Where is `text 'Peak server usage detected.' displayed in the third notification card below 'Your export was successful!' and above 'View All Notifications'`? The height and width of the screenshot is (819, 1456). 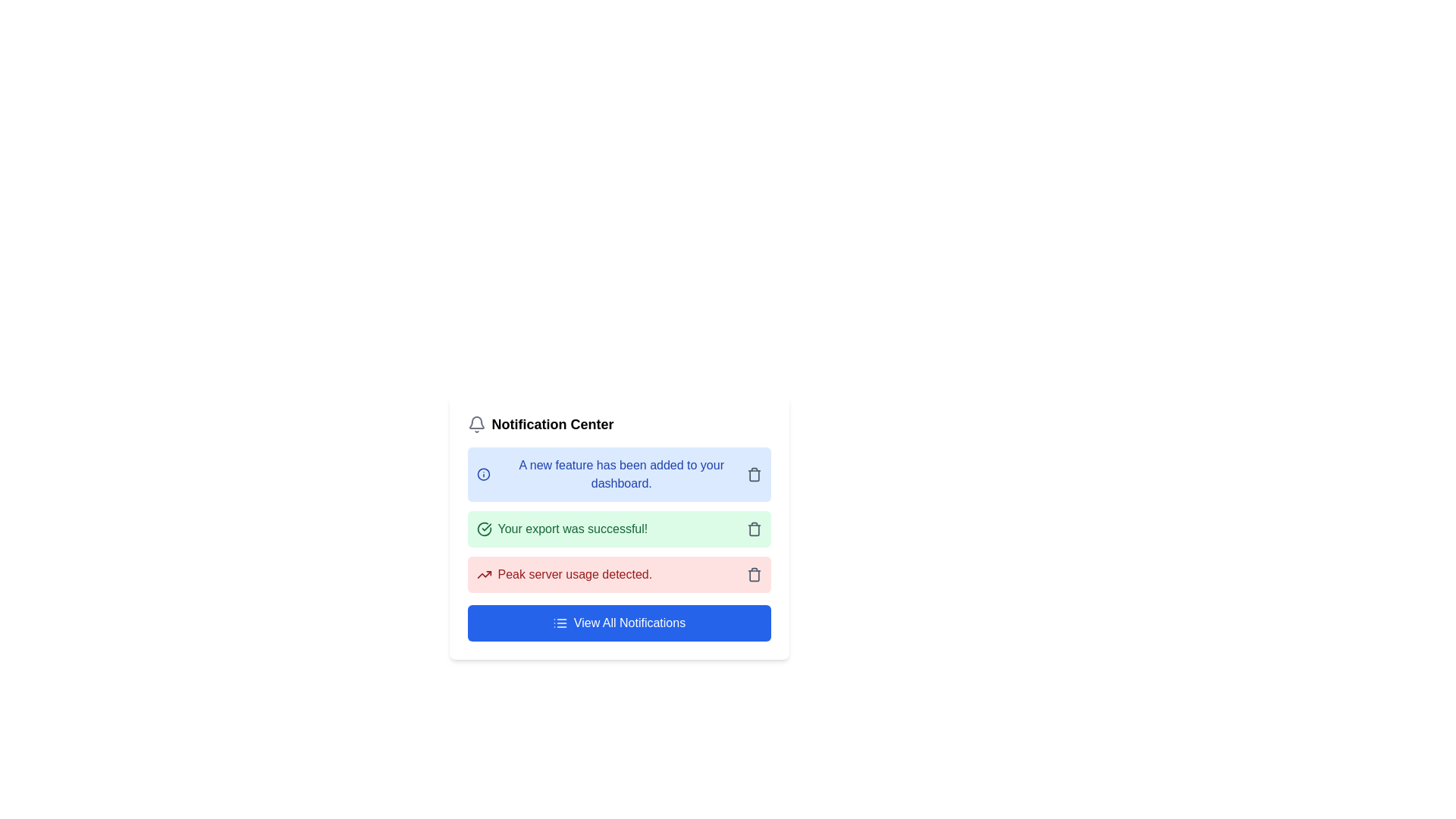
text 'Peak server usage detected.' displayed in the third notification card below 'Your export was successful!' and above 'View All Notifications' is located at coordinates (563, 575).